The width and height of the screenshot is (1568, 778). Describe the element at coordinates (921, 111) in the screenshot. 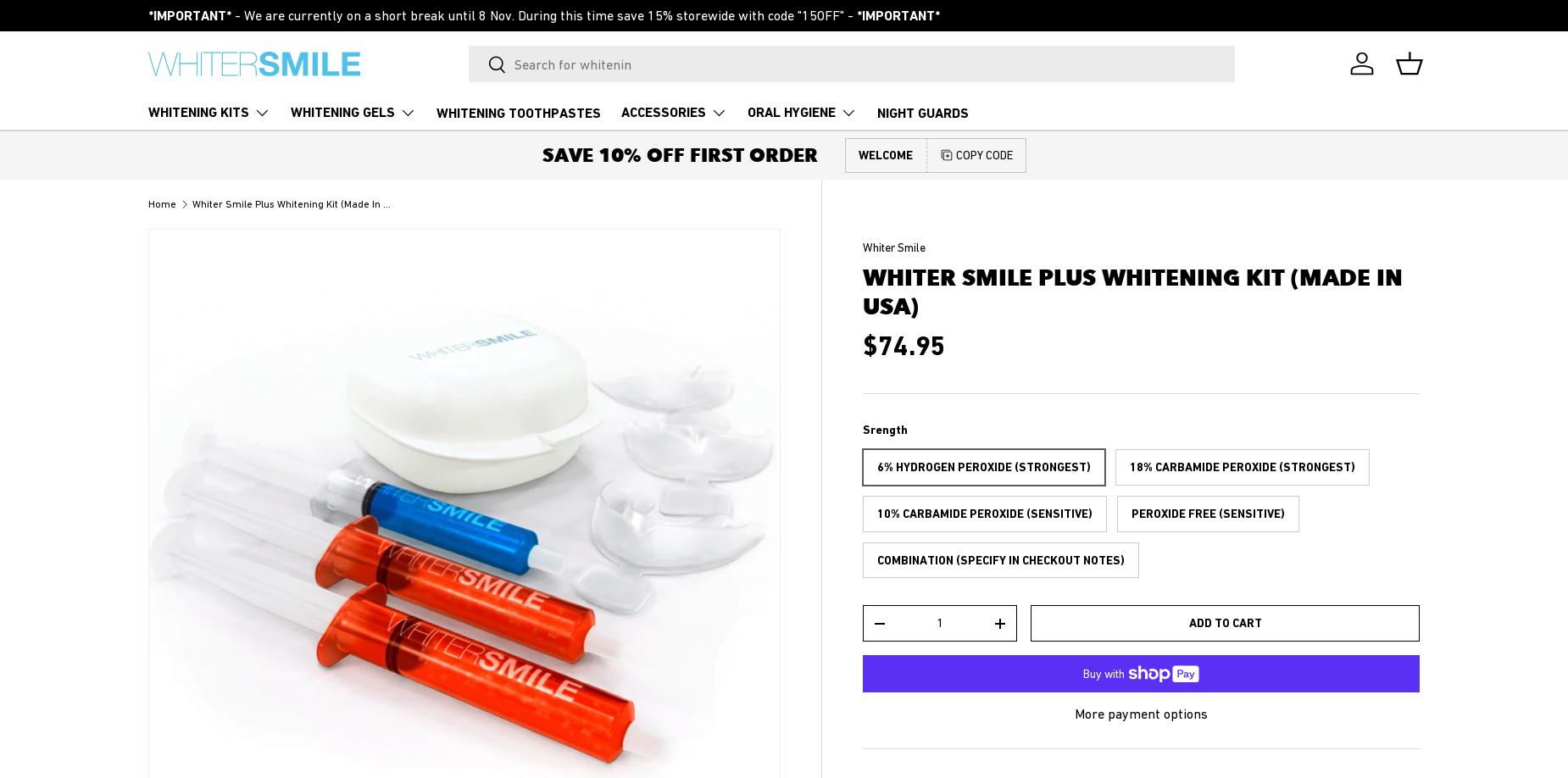

I see `'NIGHT GUARDS'` at that location.